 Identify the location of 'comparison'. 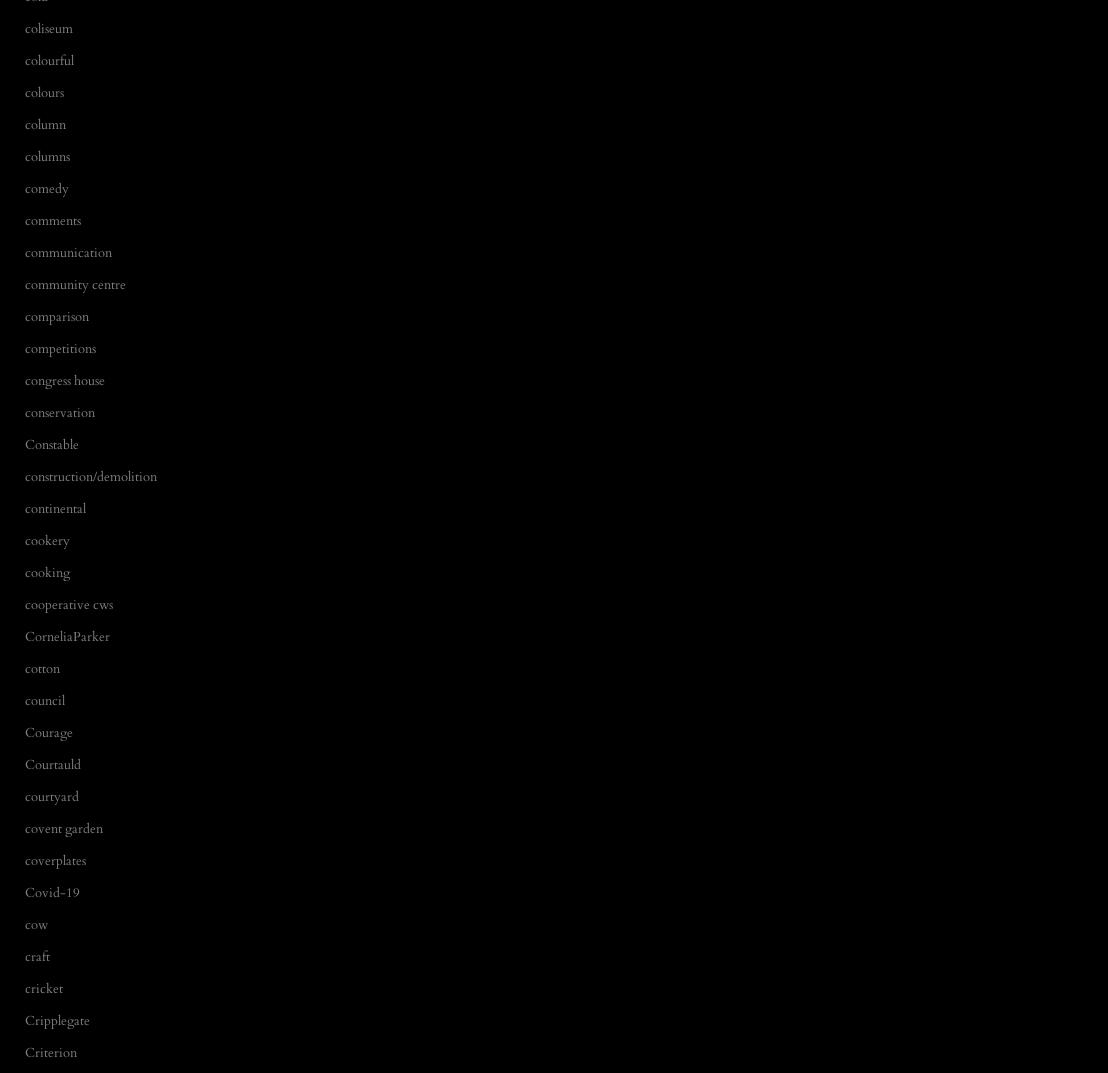
(55, 315).